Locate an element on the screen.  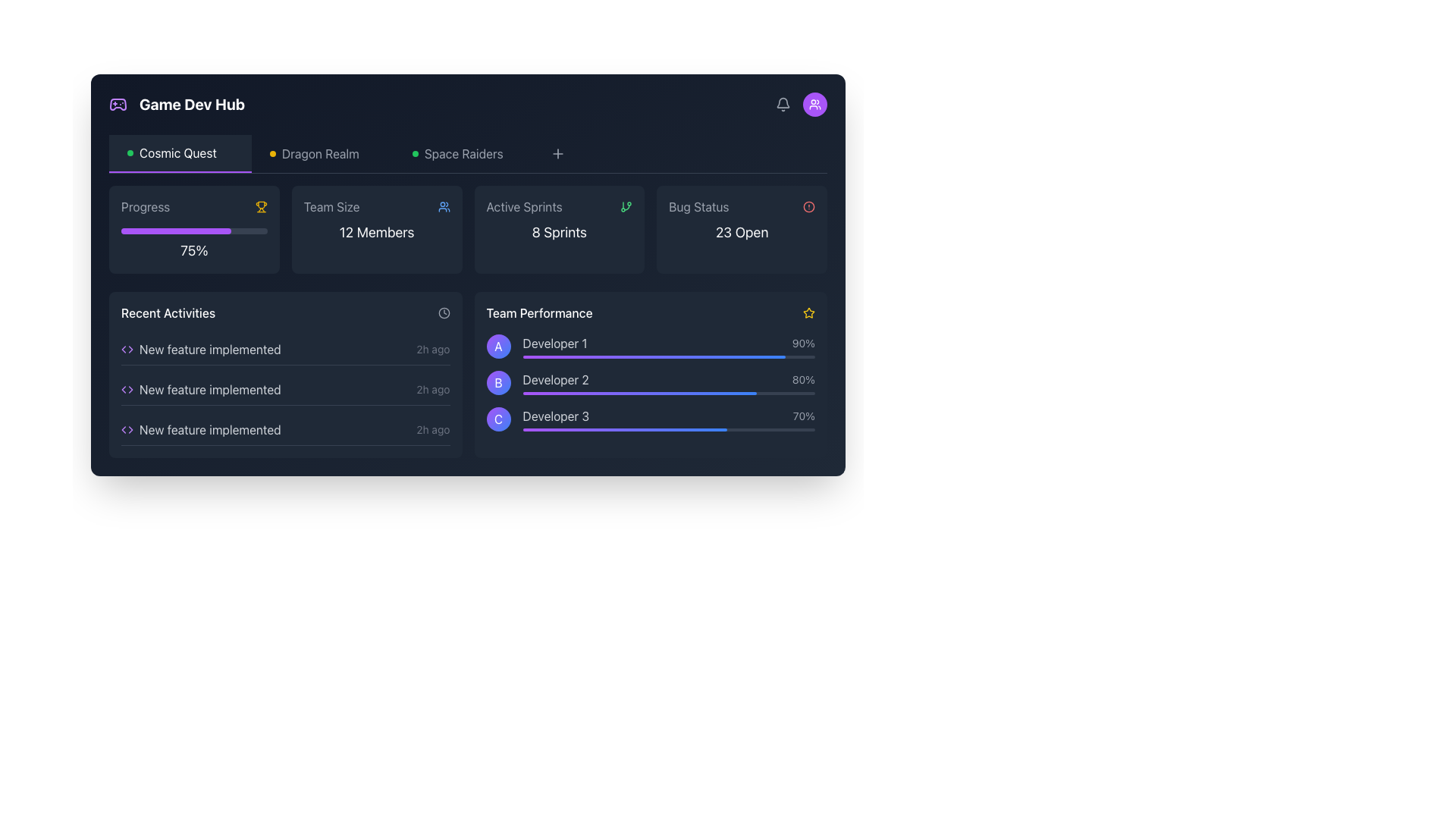
the 'Dragon Realm' navigation text label is located at coordinates (322, 154).